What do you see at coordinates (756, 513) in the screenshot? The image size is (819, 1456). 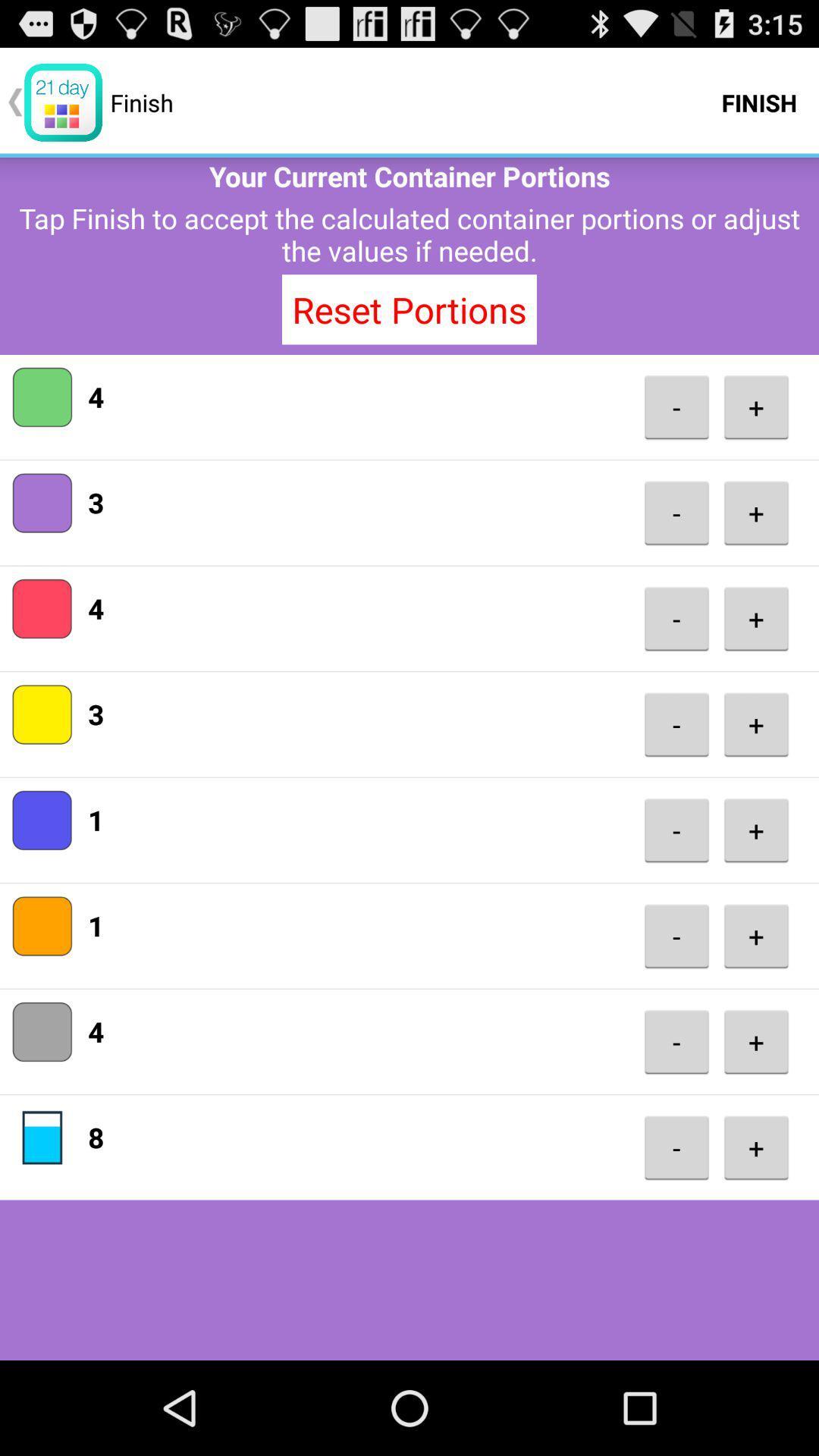 I see `+` at bounding box center [756, 513].